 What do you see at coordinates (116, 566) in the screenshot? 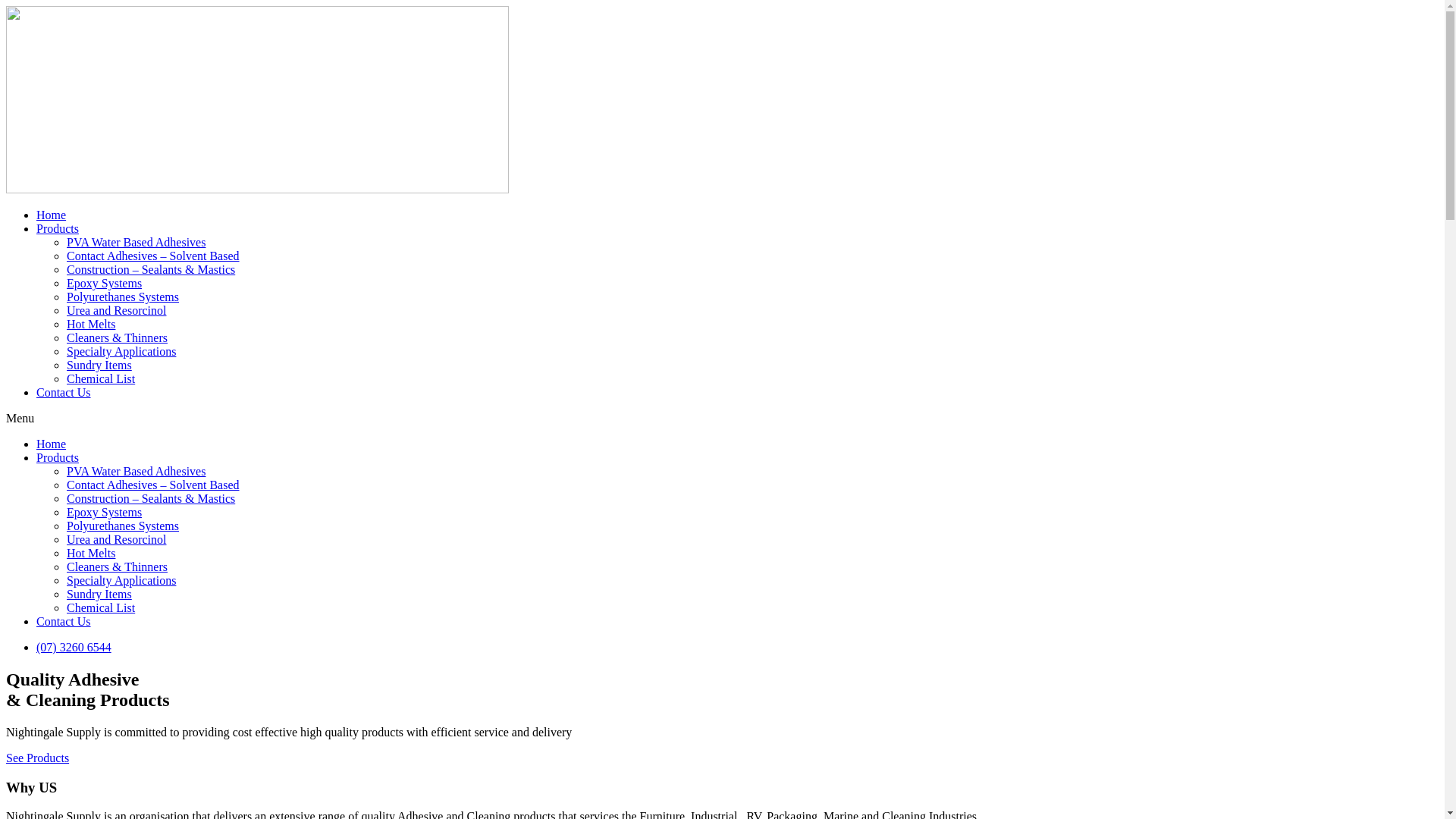
I see `'Cleaners & Thinners'` at bounding box center [116, 566].